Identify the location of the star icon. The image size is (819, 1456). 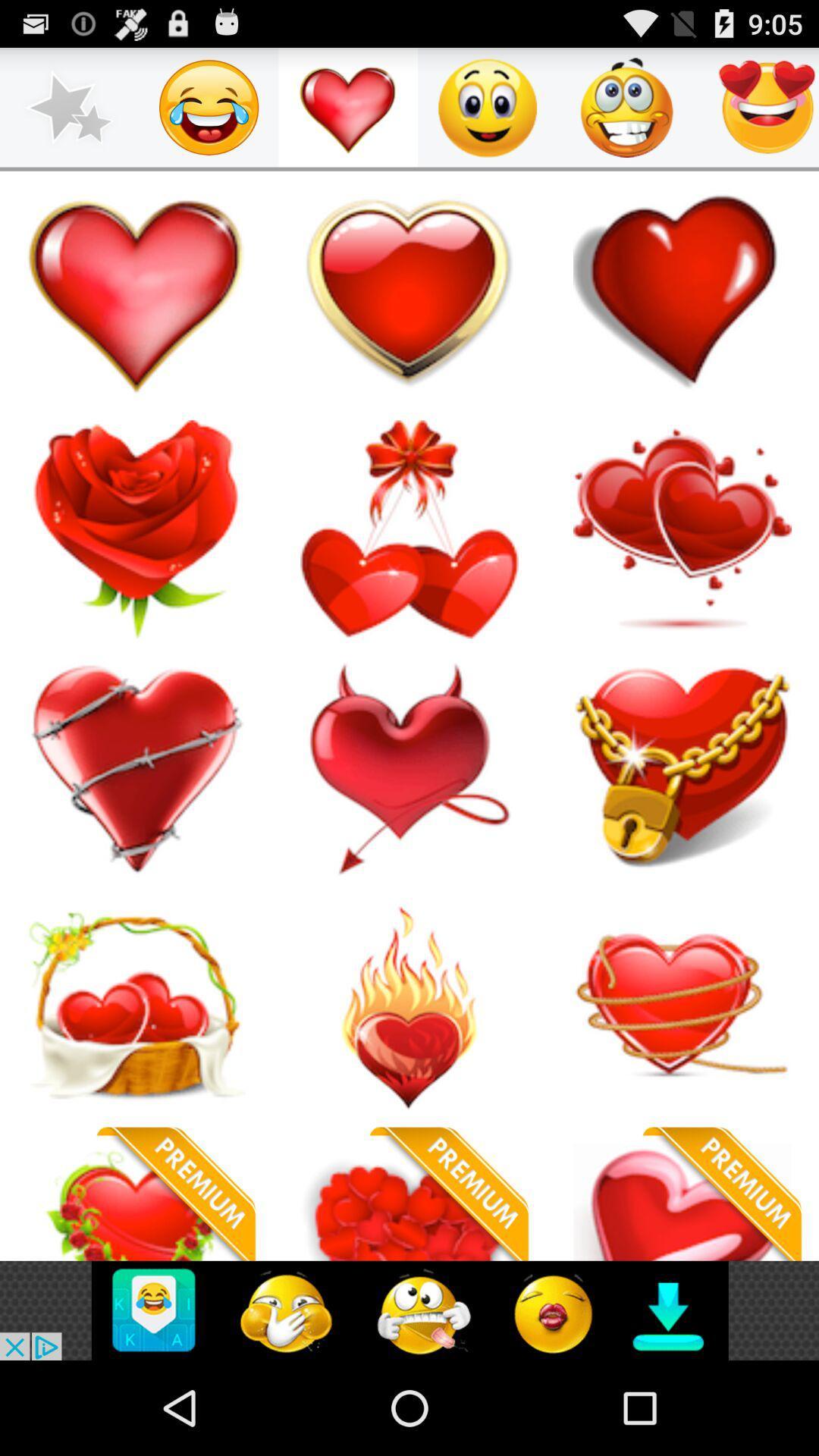
(69, 115).